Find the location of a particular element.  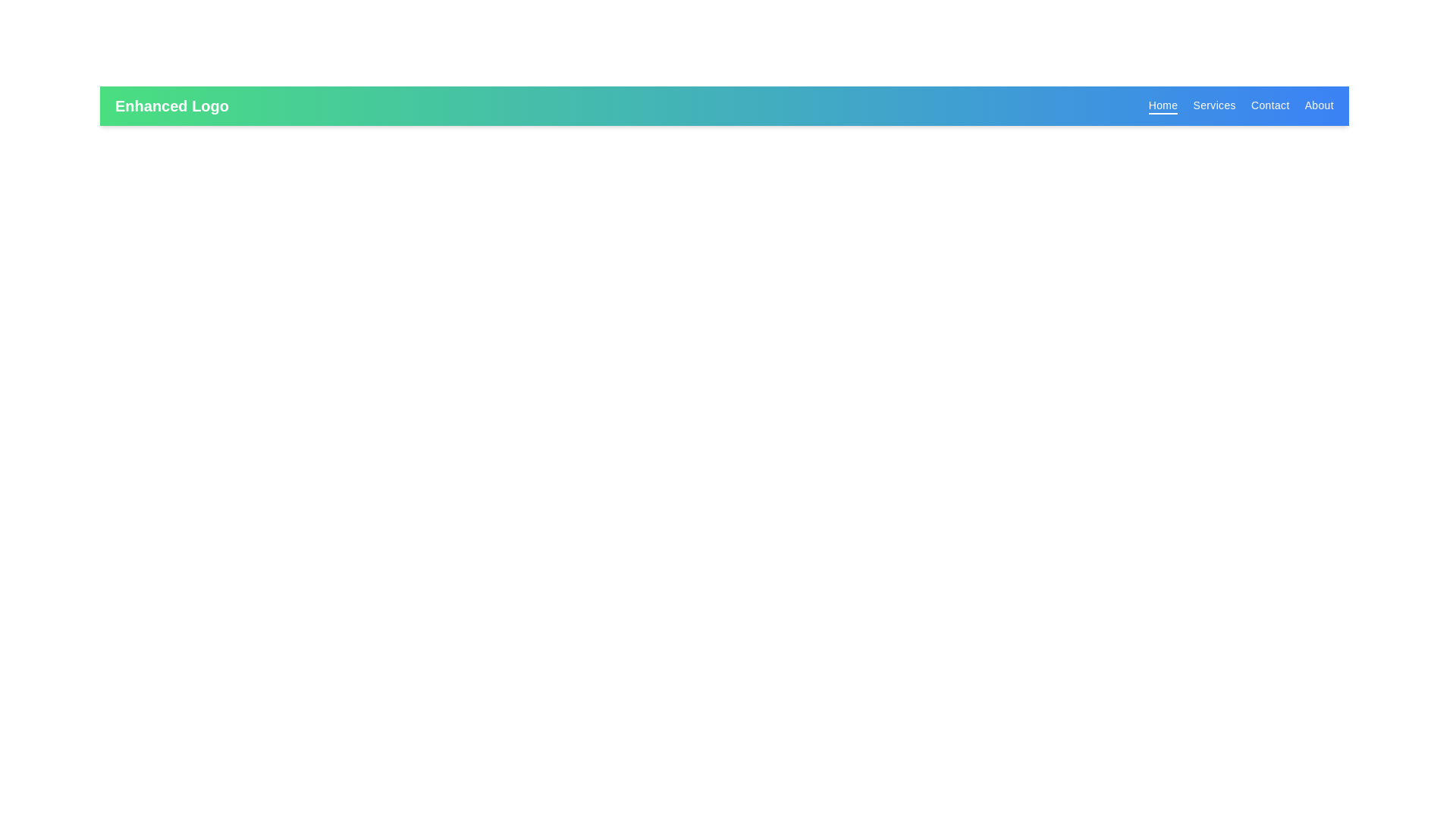

the 'Services' hyperlink in the navigation bar is located at coordinates (1214, 105).